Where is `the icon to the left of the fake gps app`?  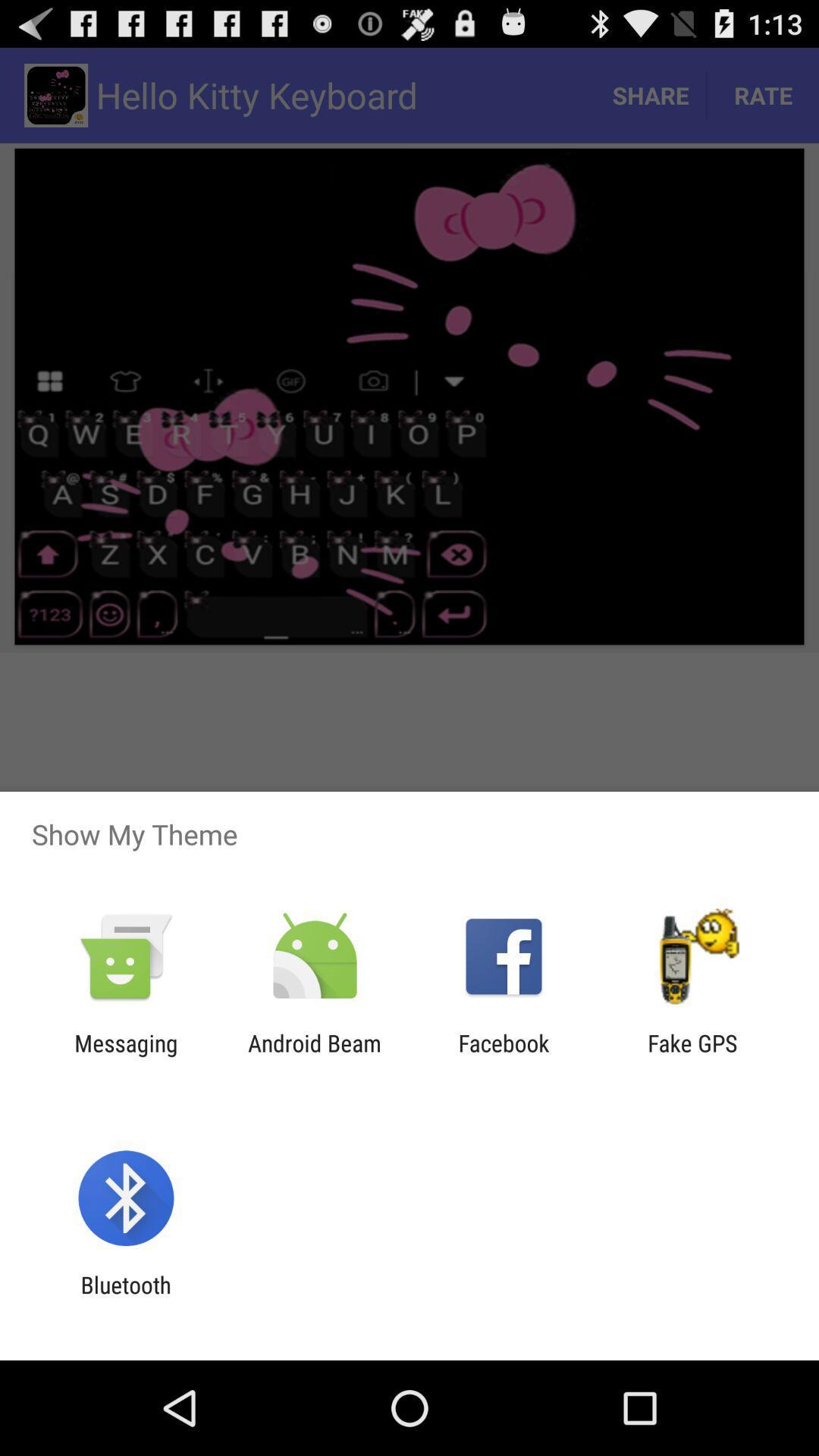 the icon to the left of the fake gps app is located at coordinates (504, 1056).